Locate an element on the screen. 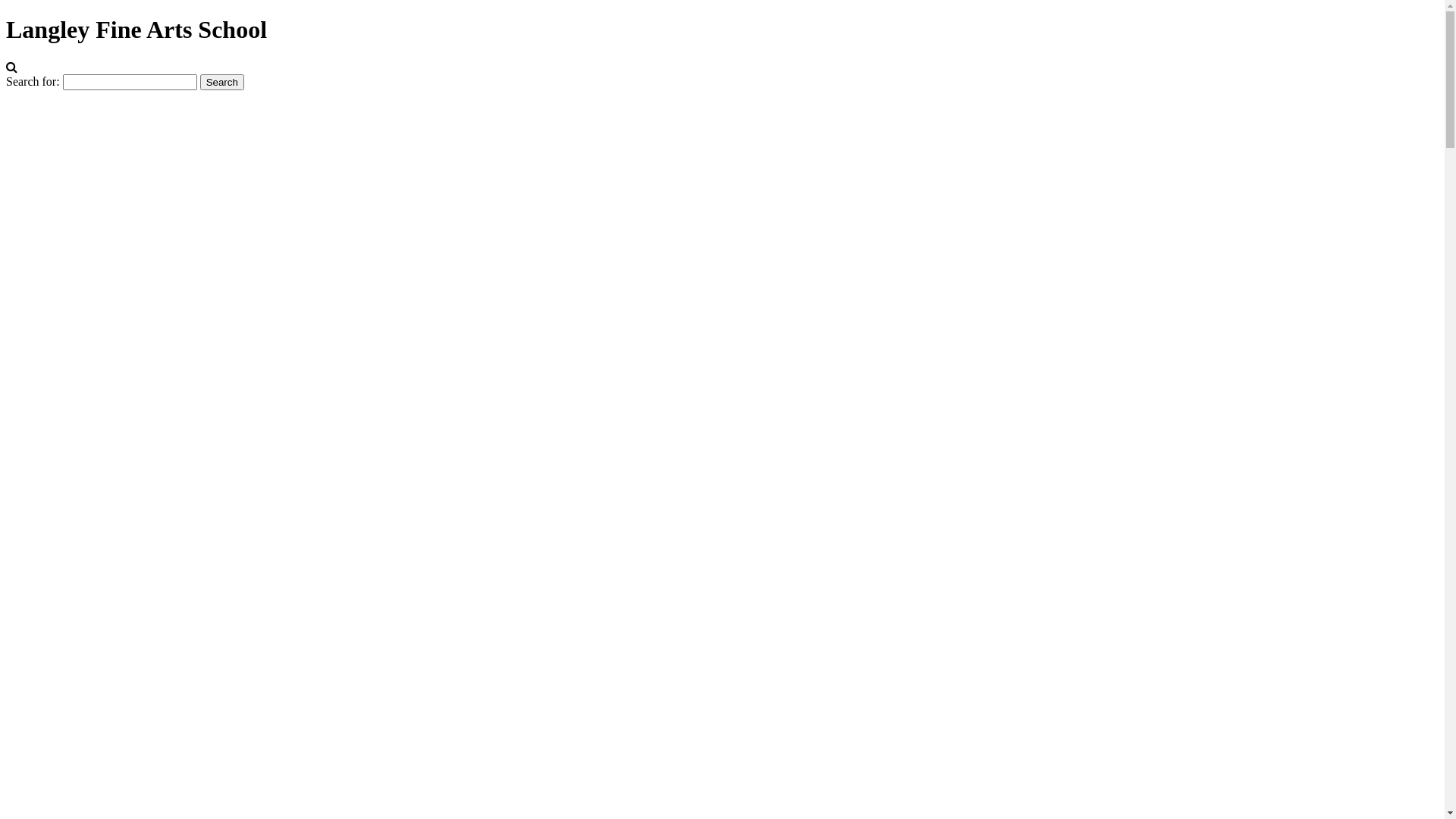 This screenshot has height=819, width=1456. 'Search' is located at coordinates (221, 82).